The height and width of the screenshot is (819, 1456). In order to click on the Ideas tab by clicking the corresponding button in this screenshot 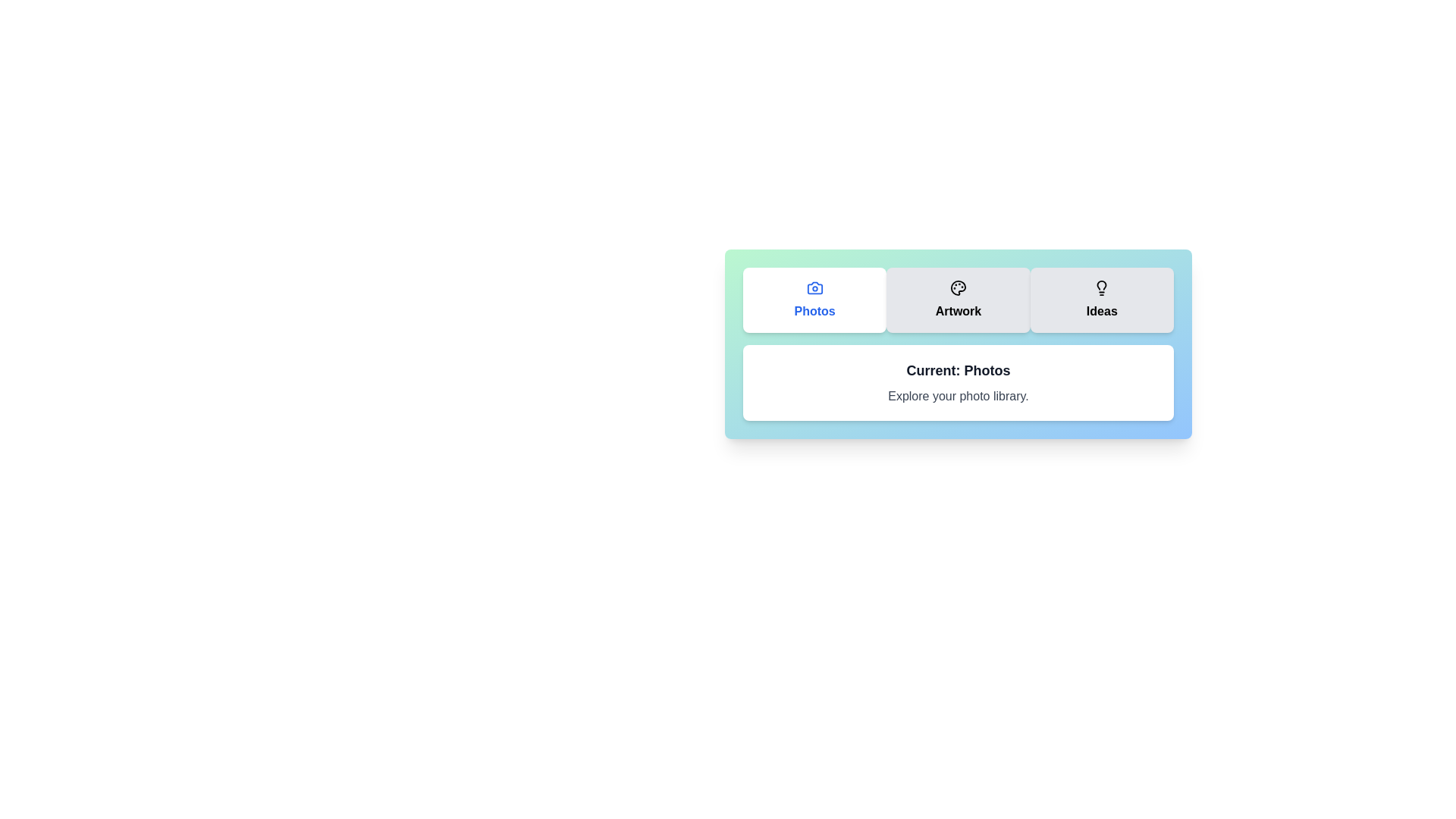, I will do `click(1102, 300)`.